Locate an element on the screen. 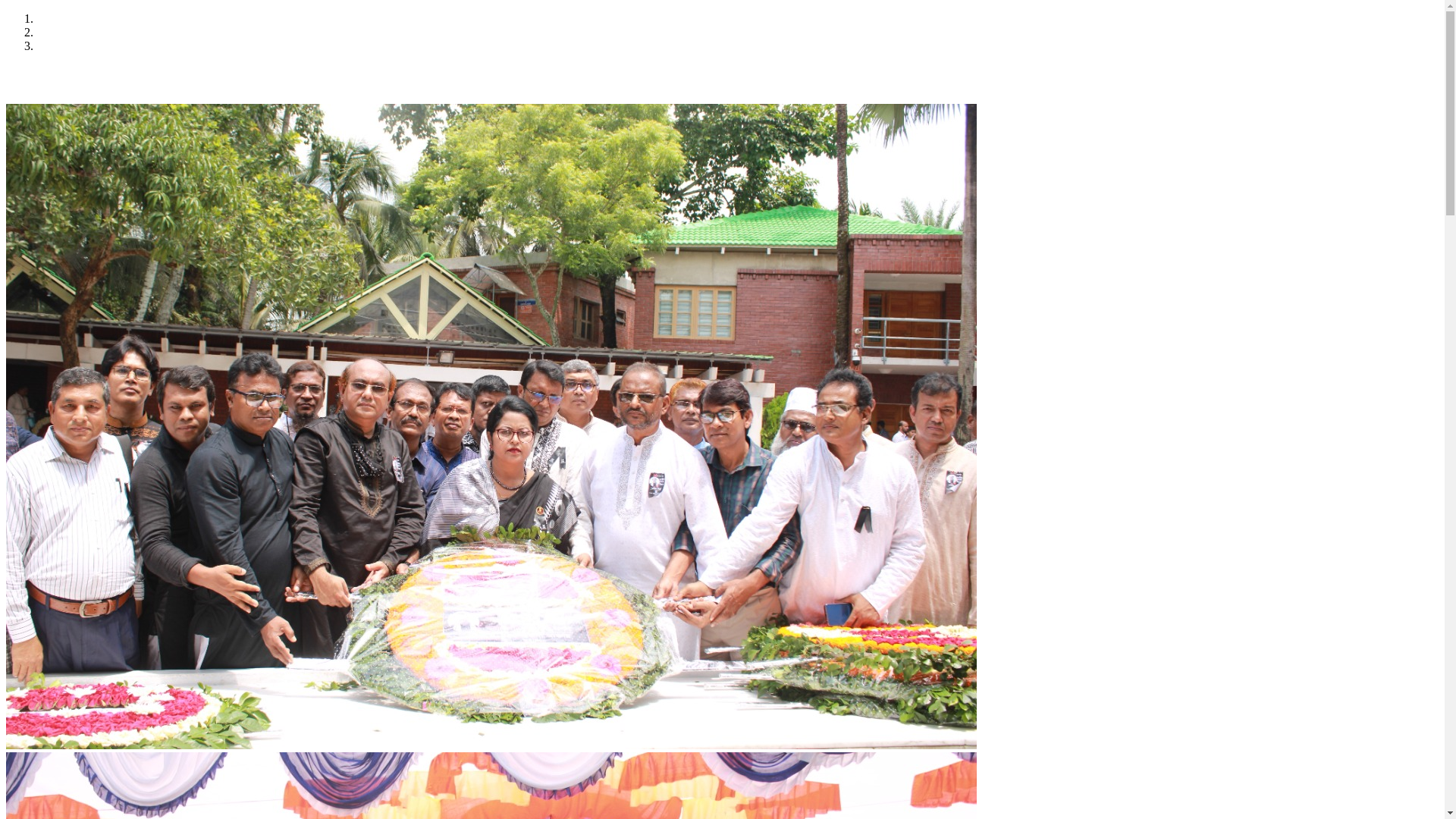 The image size is (1456, 819). 'Skip to content' is located at coordinates (5, 11).